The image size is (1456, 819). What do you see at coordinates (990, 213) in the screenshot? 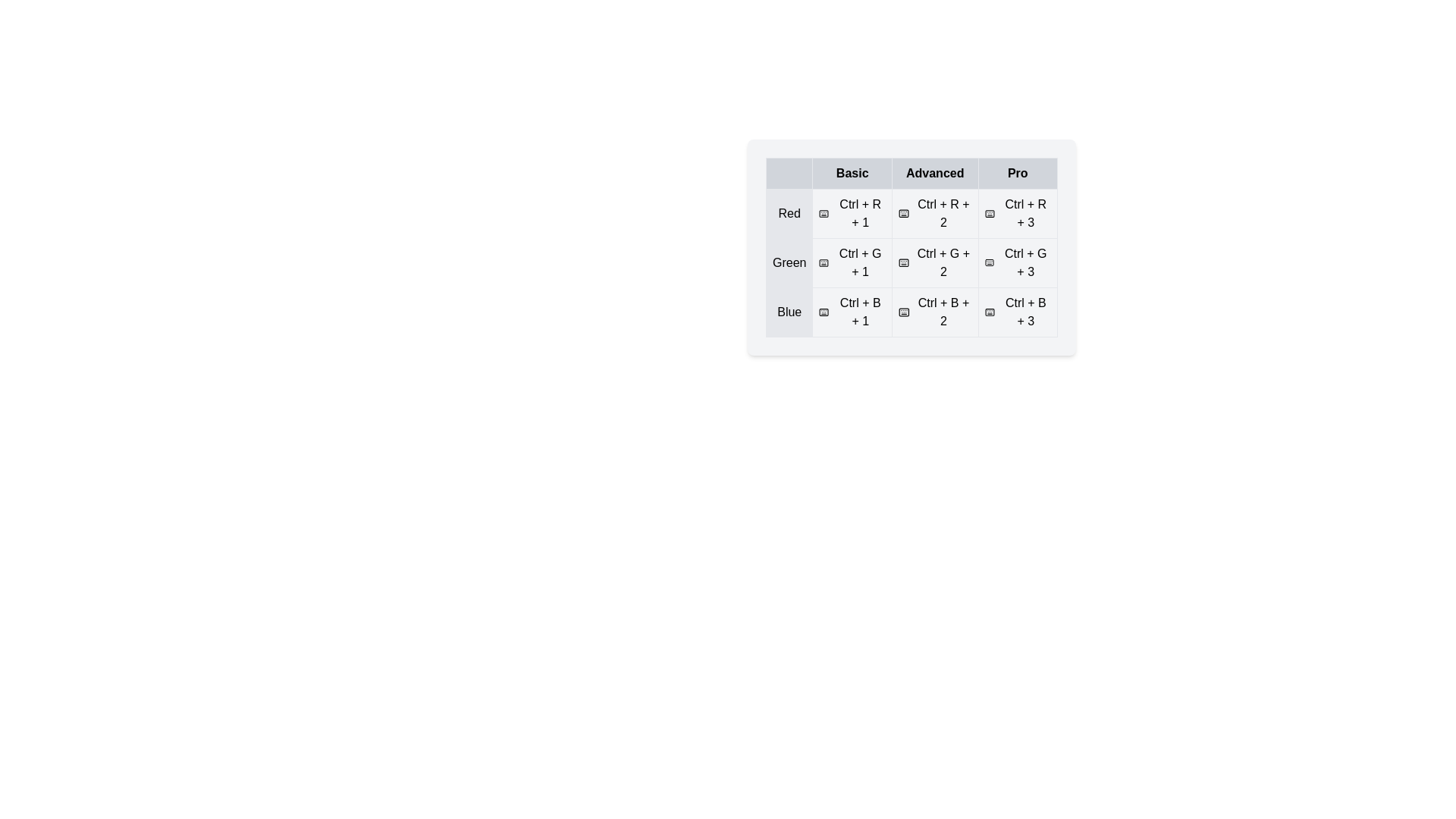
I see `the graphical icon component that serves as a visual part of the icon within the 'Advanced' column and 'Red' row of the table` at bounding box center [990, 213].